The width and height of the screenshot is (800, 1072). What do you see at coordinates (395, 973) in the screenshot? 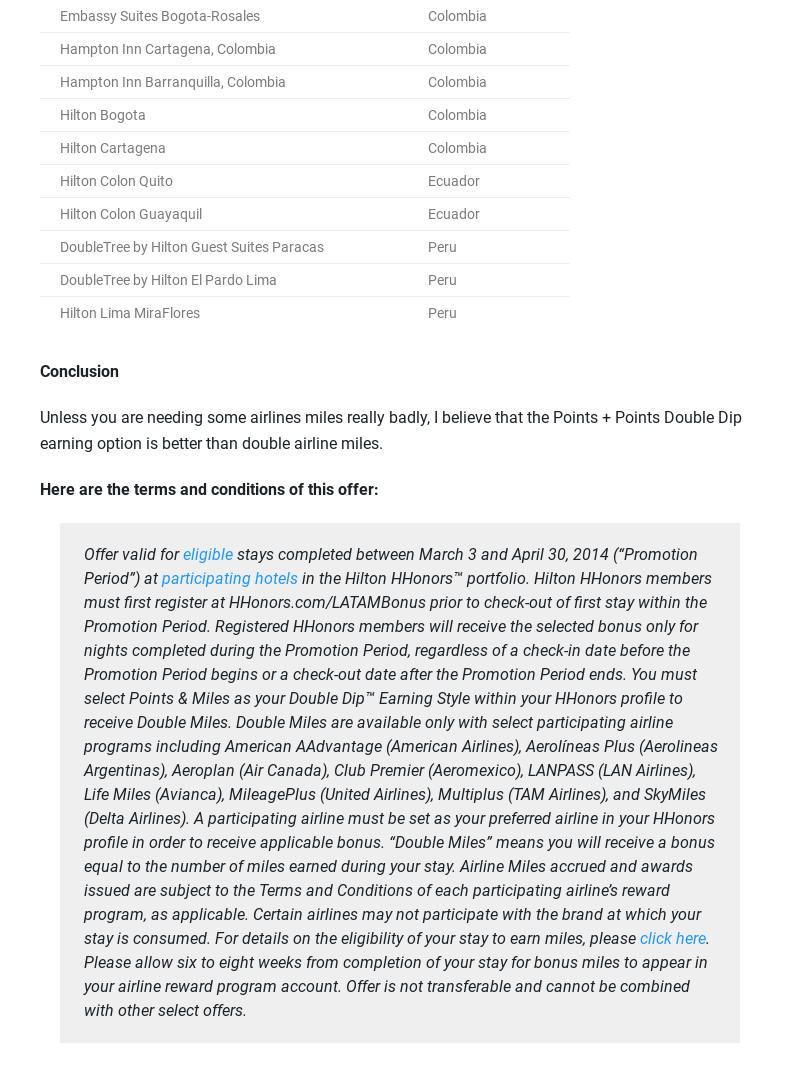
I see `'. Please allow six to eight weeks from completion of your stay for bonus miles to appear in your airline reward program account. Offer is not transferable and cannot be combined with other select offers.'` at bounding box center [395, 973].